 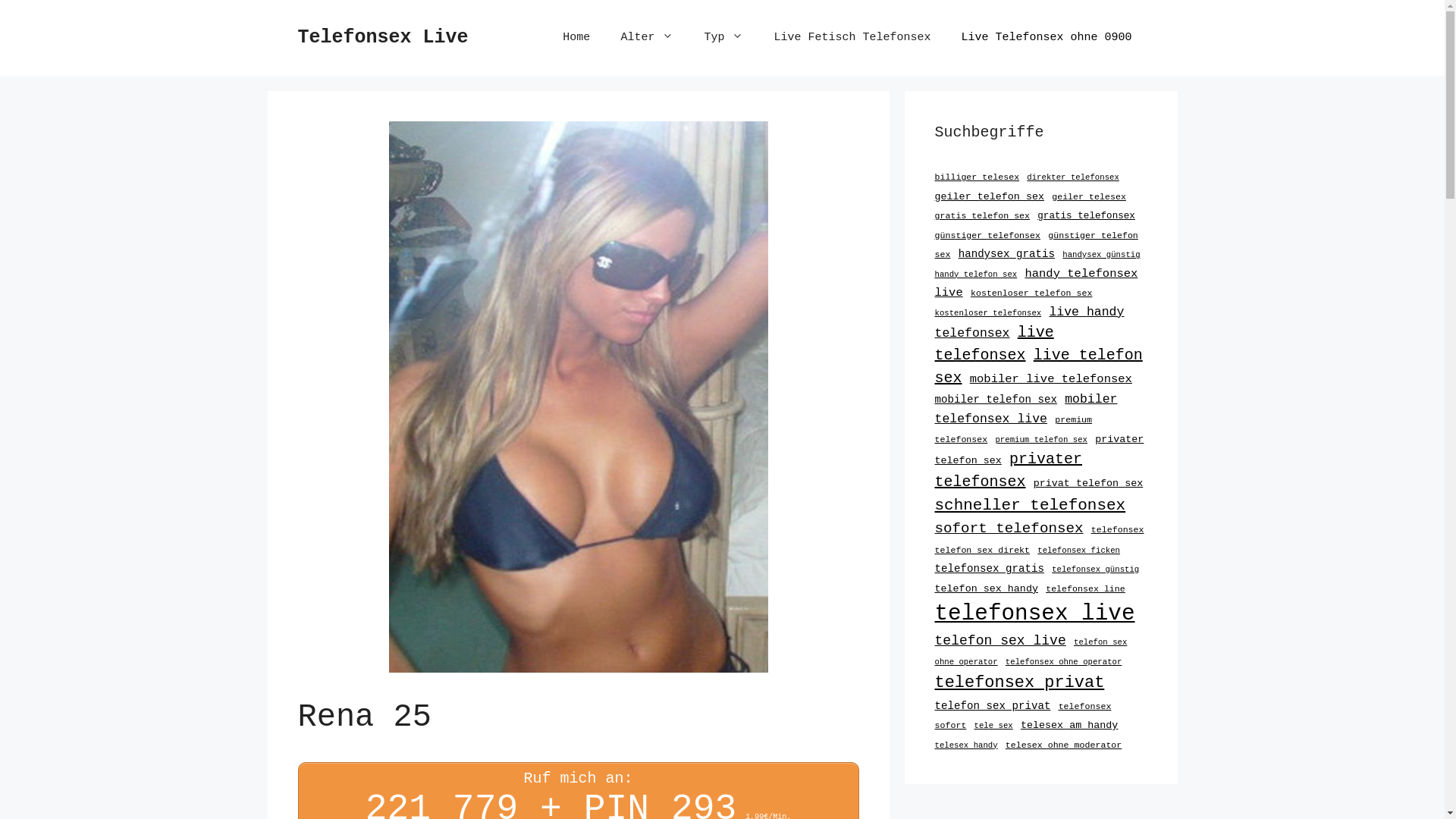 I want to click on 'privat telefon sex', so click(x=1087, y=483).